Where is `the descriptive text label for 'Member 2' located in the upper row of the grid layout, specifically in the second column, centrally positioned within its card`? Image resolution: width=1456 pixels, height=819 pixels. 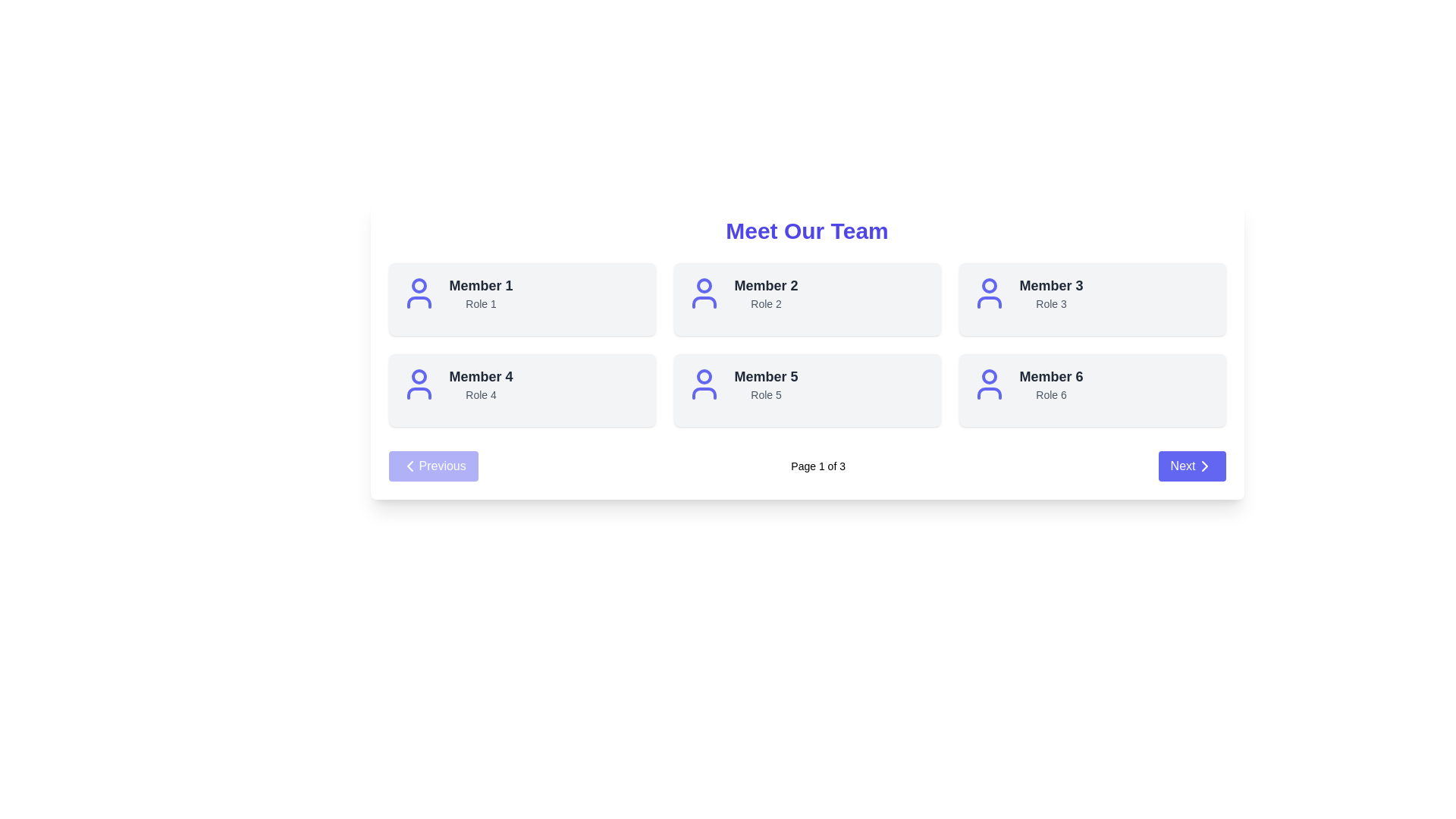 the descriptive text label for 'Member 2' located in the upper row of the grid layout, specifically in the second column, centrally positioned within its card is located at coordinates (766, 304).